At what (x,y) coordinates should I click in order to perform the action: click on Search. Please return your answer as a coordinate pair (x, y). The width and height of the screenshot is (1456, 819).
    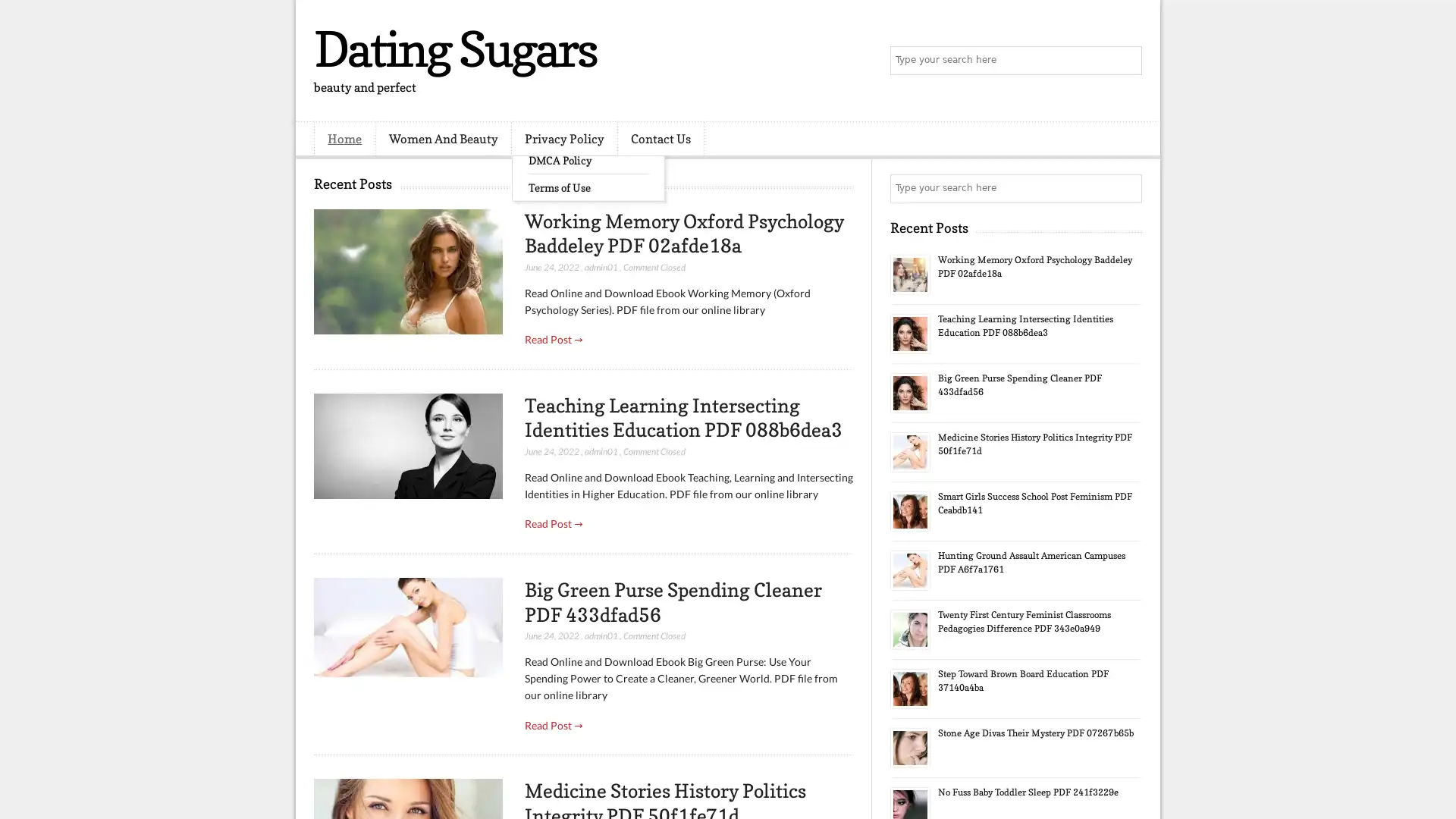
    Looking at the image, I should click on (1126, 188).